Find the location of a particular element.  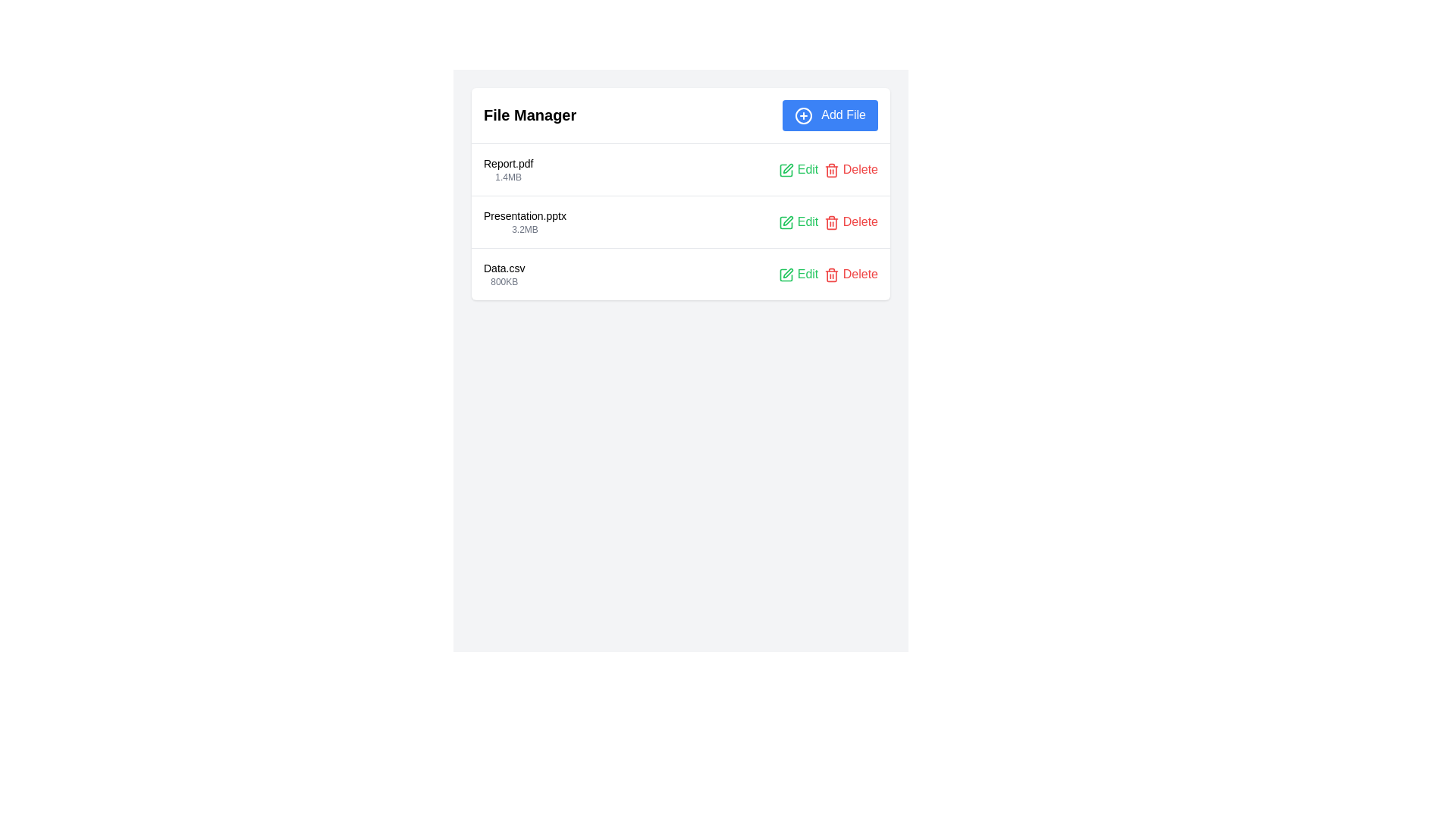

the edit icon for the 'Presentation.pptx' file is located at coordinates (788, 221).